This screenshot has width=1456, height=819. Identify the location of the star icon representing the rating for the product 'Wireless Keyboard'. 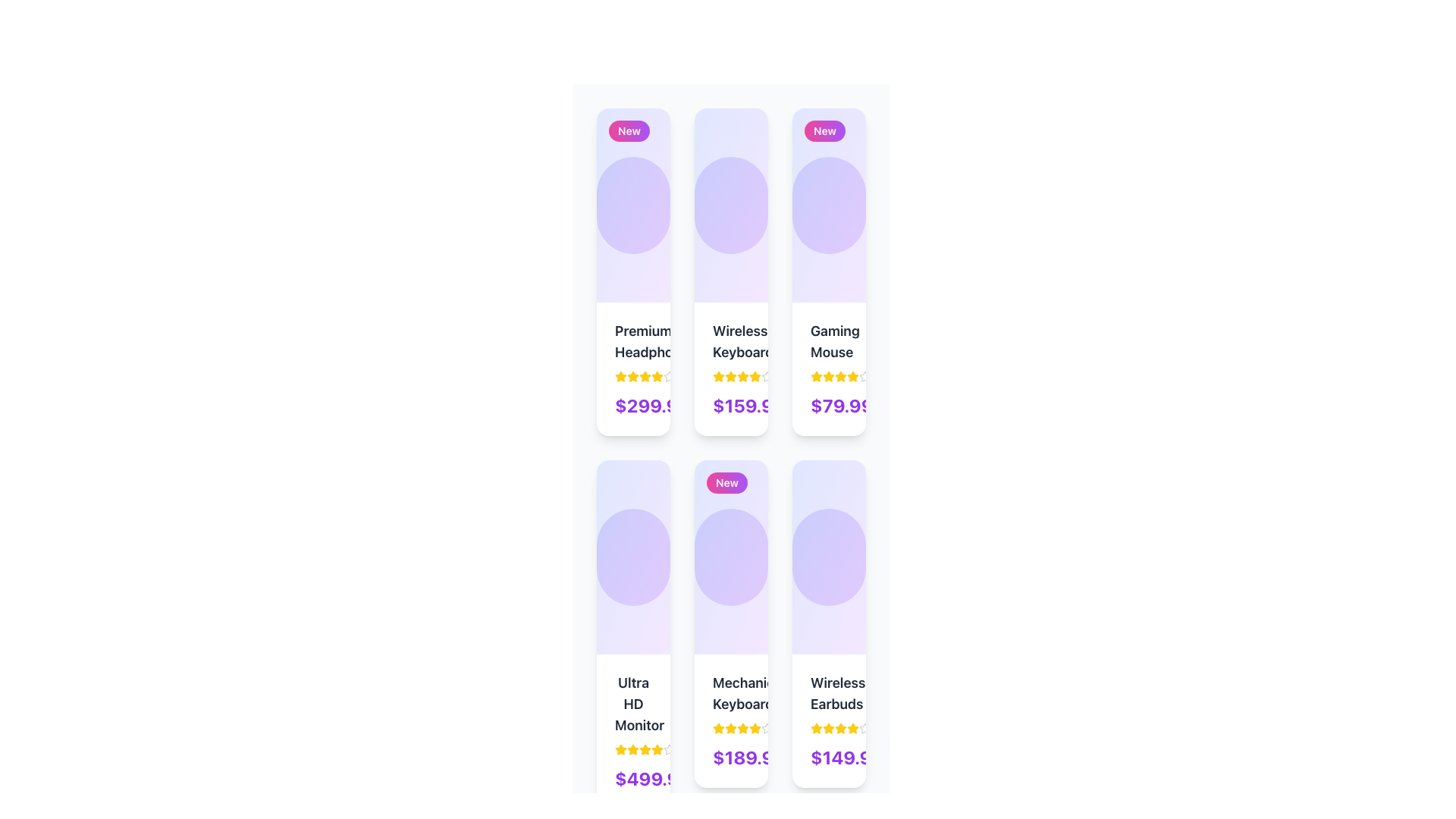
(731, 375).